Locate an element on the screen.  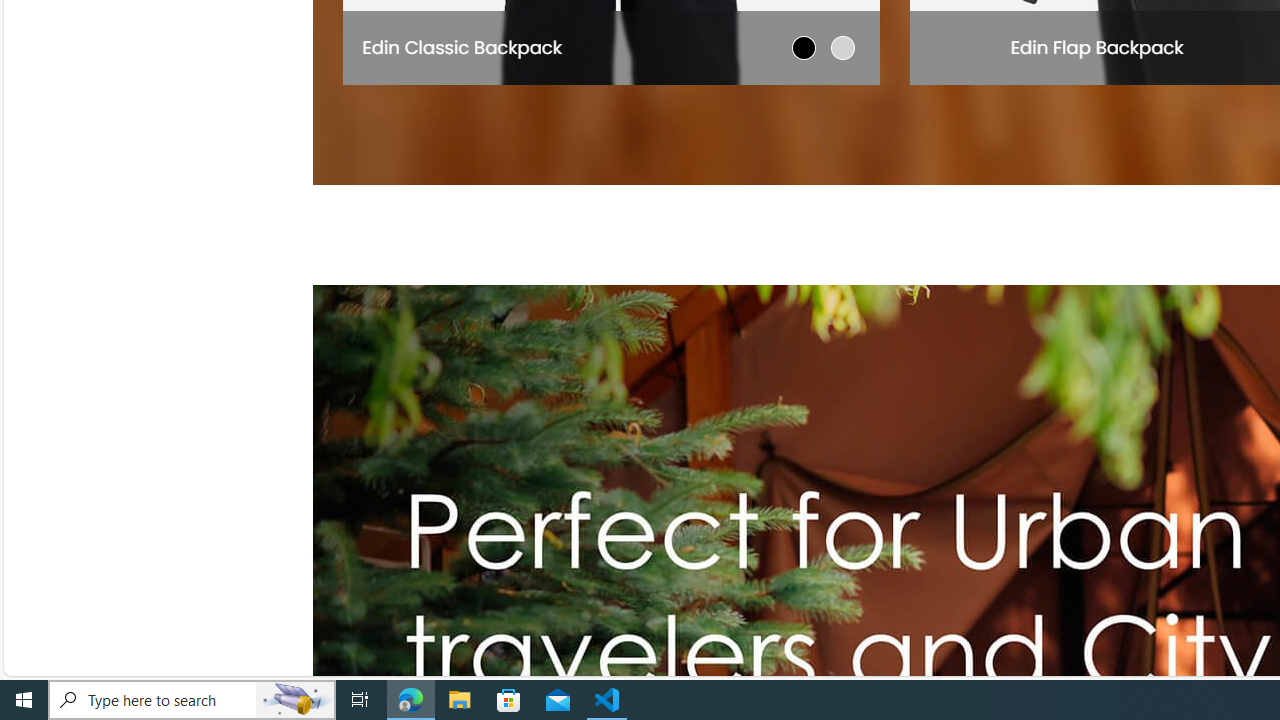
'Microsoft Store' is located at coordinates (509, 698).